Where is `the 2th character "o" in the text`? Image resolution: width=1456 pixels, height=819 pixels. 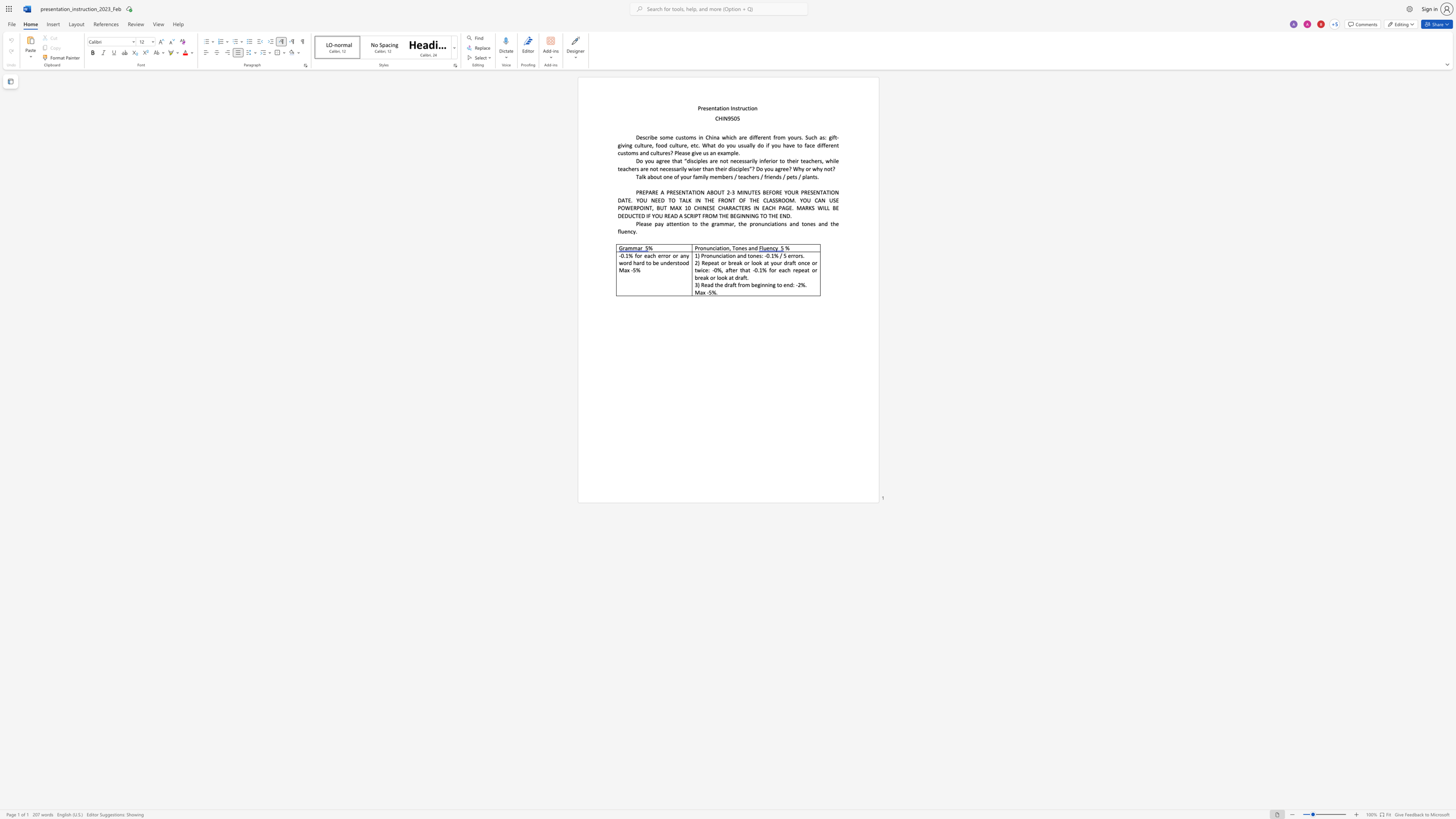 the 2th character "o" in the text is located at coordinates (724, 248).